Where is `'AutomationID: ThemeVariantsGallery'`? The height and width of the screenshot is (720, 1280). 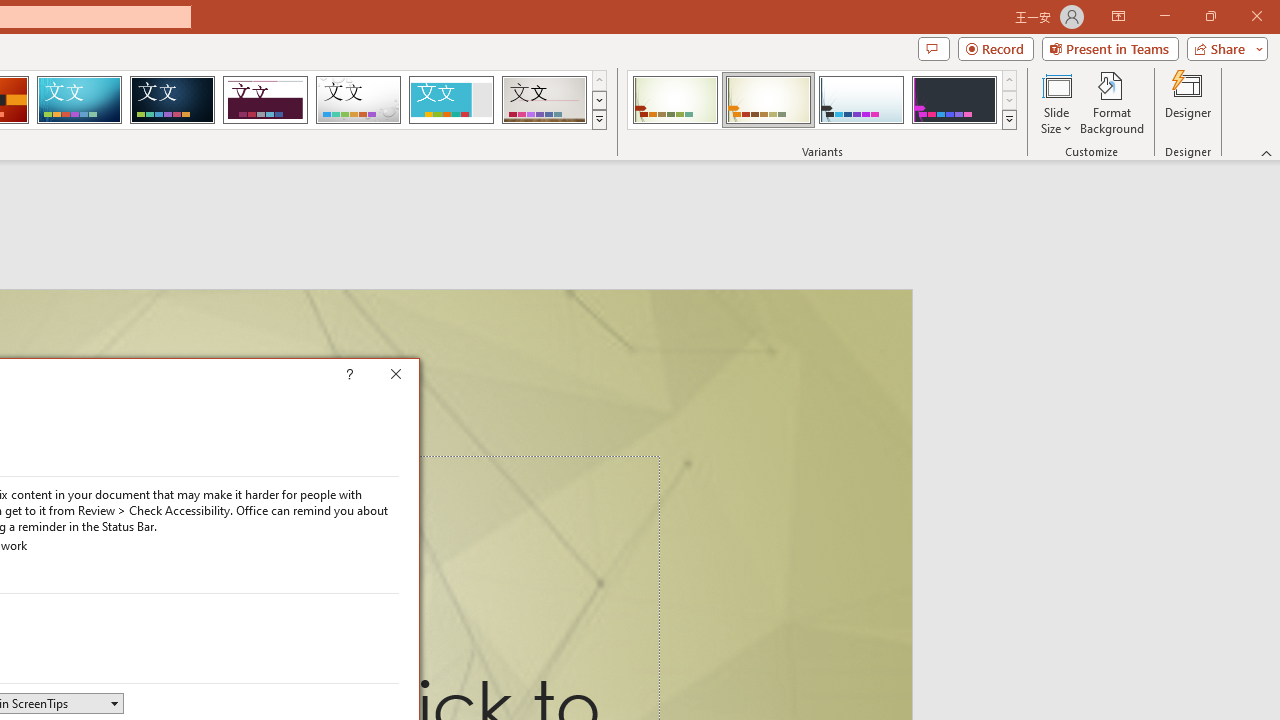
'AutomationID: ThemeVariantsGallery' is located at coordinates (823, 100).